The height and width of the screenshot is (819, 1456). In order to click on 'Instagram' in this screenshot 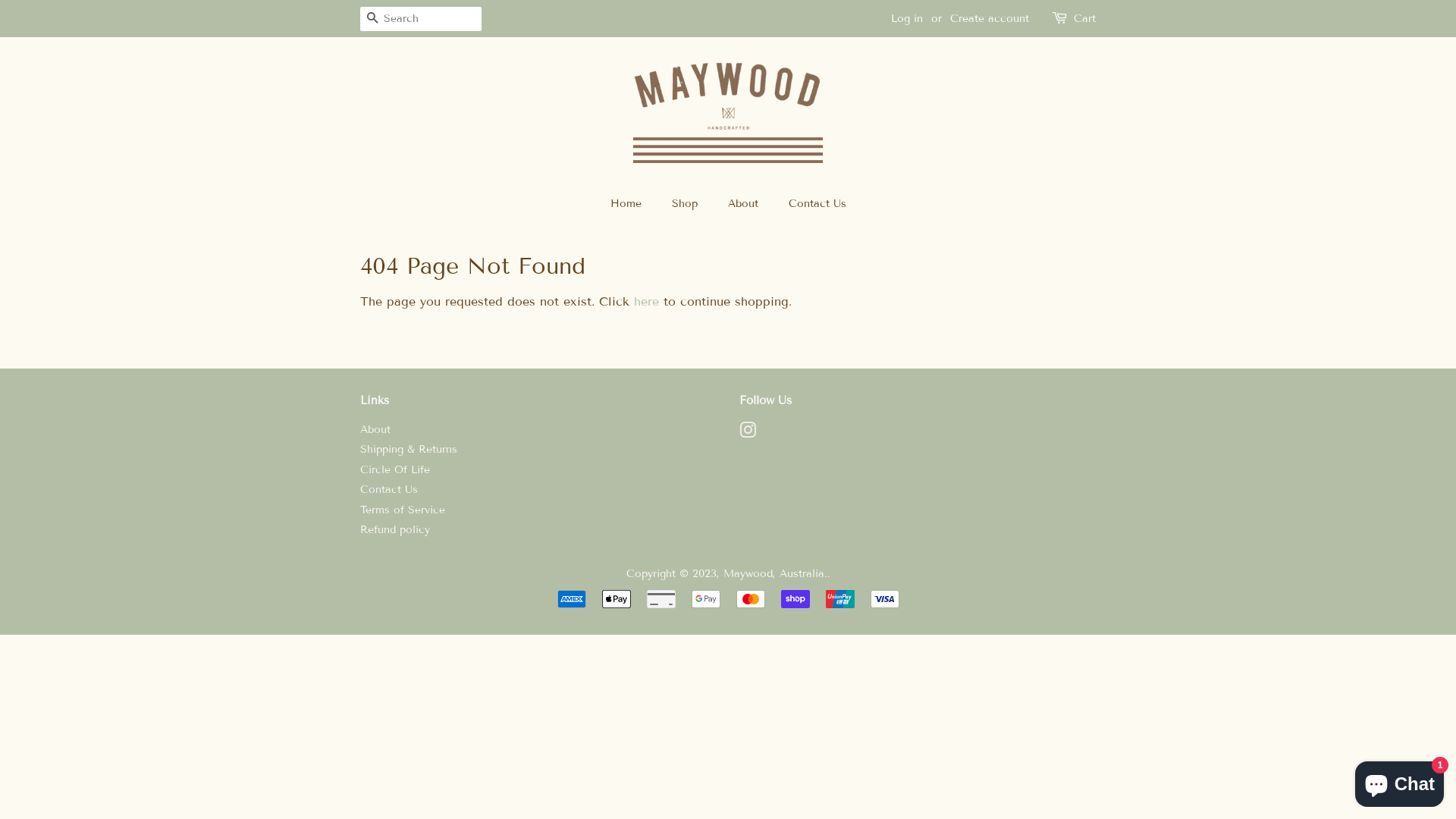, I will do `click(747, 433)`.